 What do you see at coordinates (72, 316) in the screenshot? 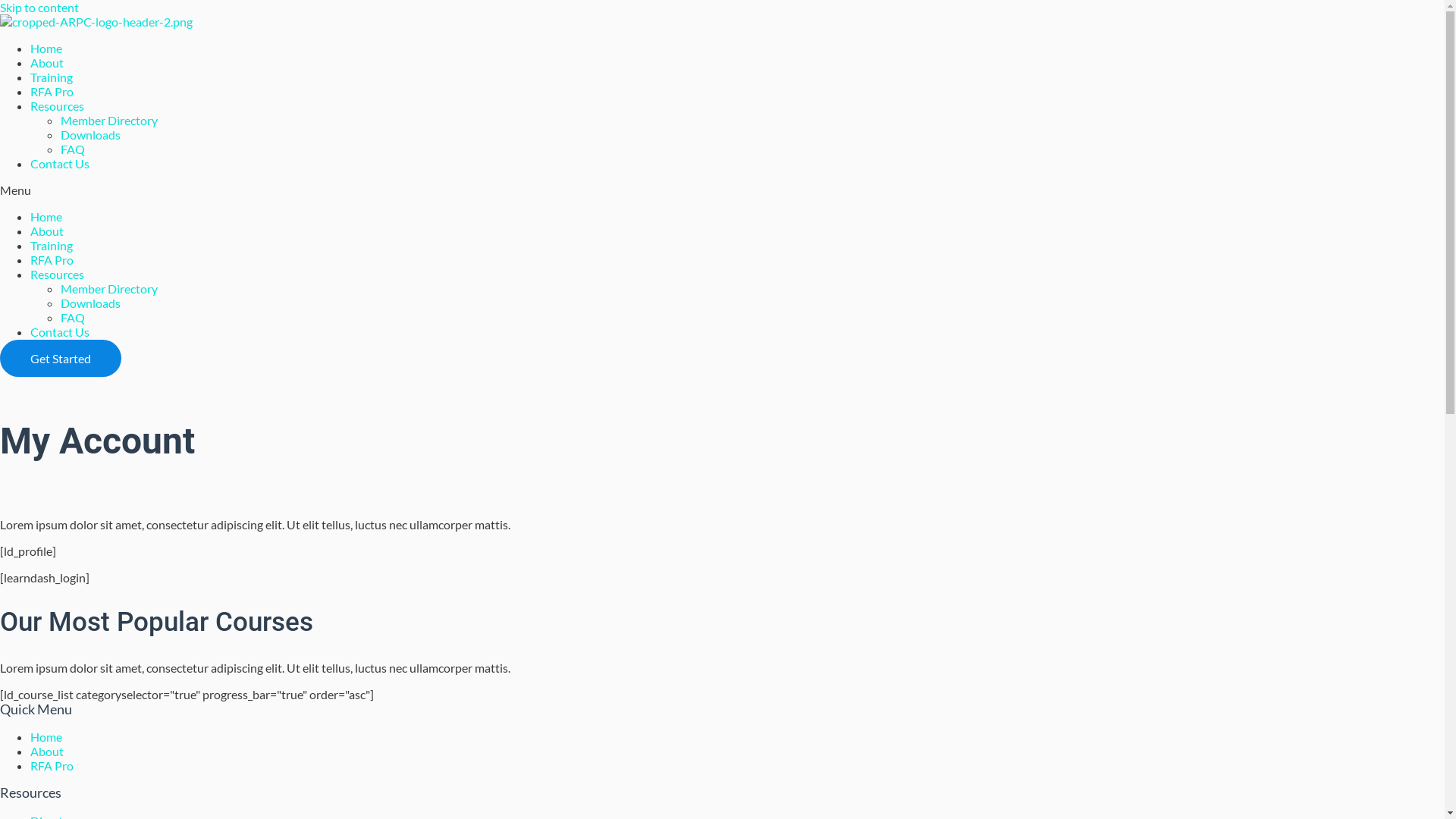
I see `'FAQ'` at bounding box center [72, 316].